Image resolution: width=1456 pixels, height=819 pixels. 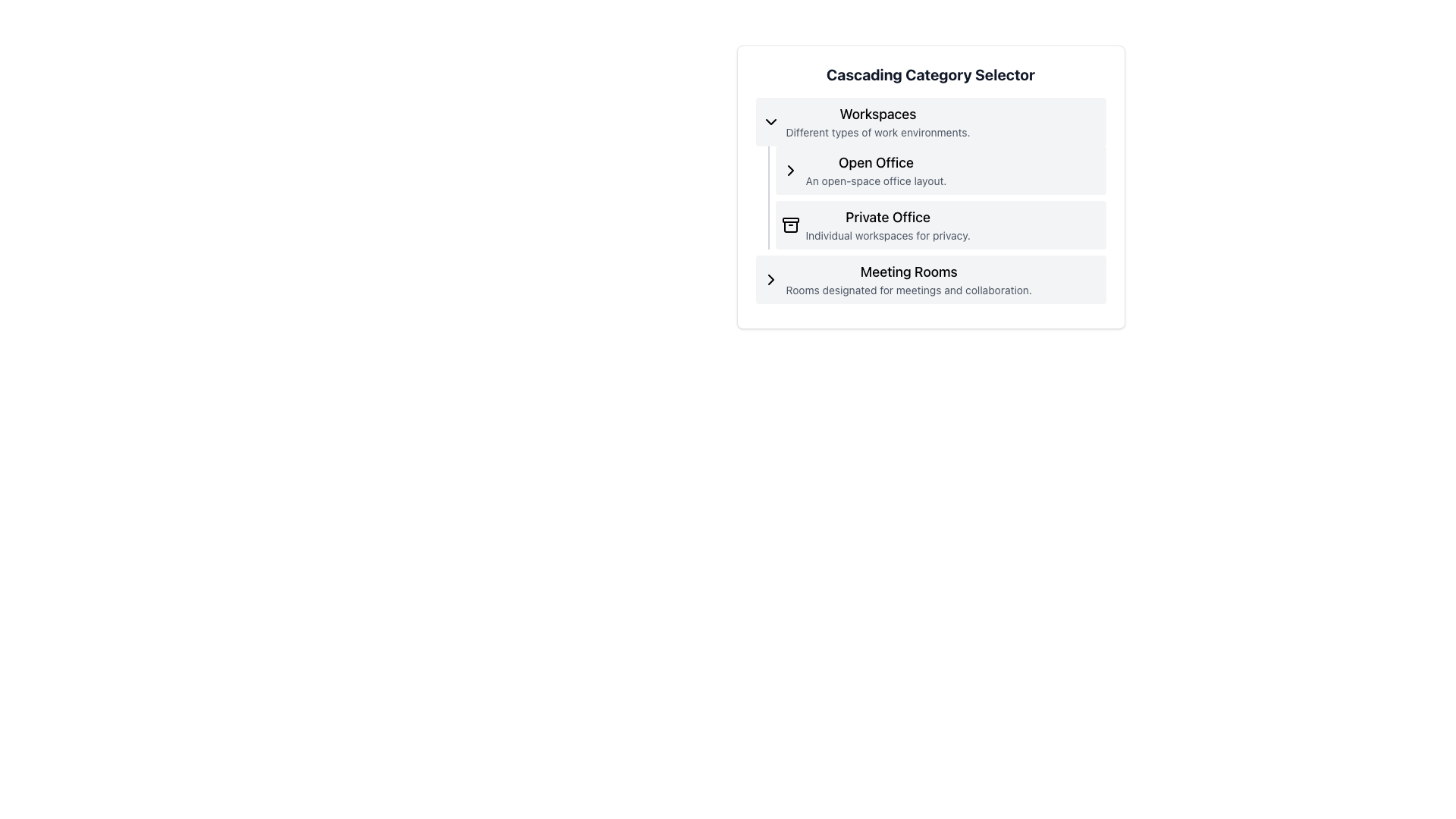 I want to click on the Text Label that provides a descriptive summary of the 'Private Office' option, which is located below the 'Private Office' text in the cascading category selector, so click(x=888, y=236).